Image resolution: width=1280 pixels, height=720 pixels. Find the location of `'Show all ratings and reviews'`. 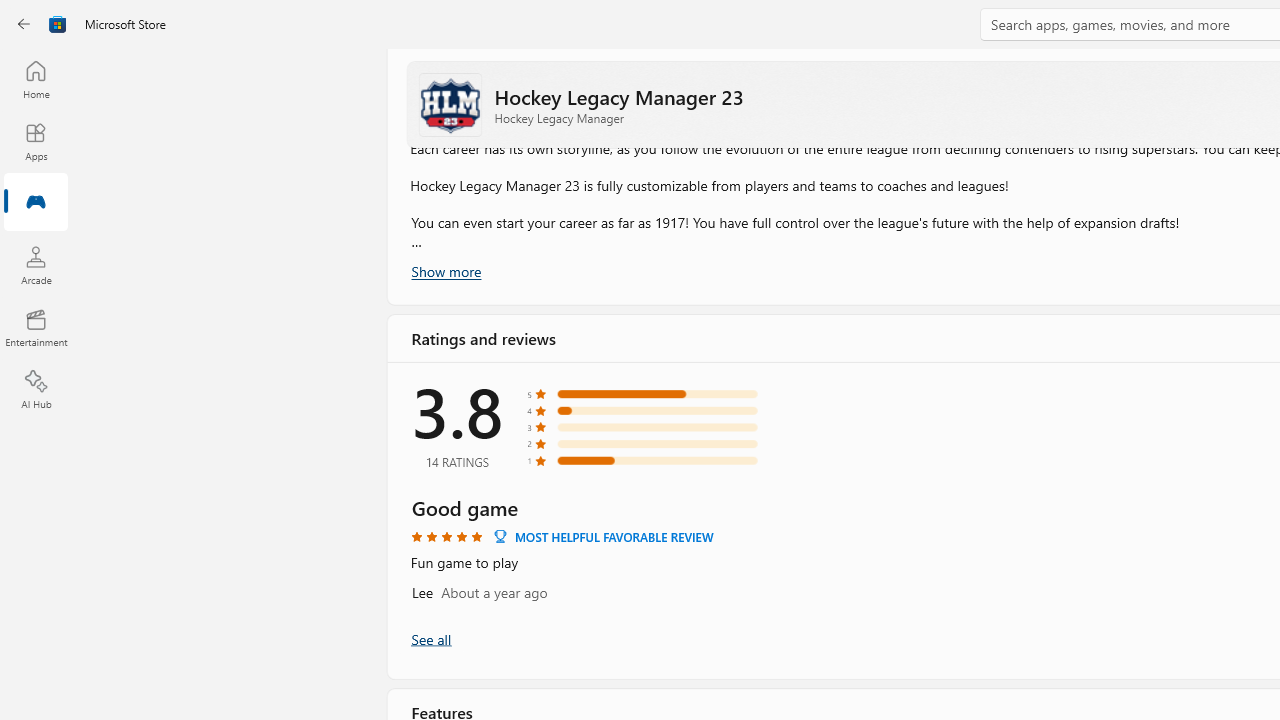

'Show all ratings and reviews' is located at coordinates (429, 638).